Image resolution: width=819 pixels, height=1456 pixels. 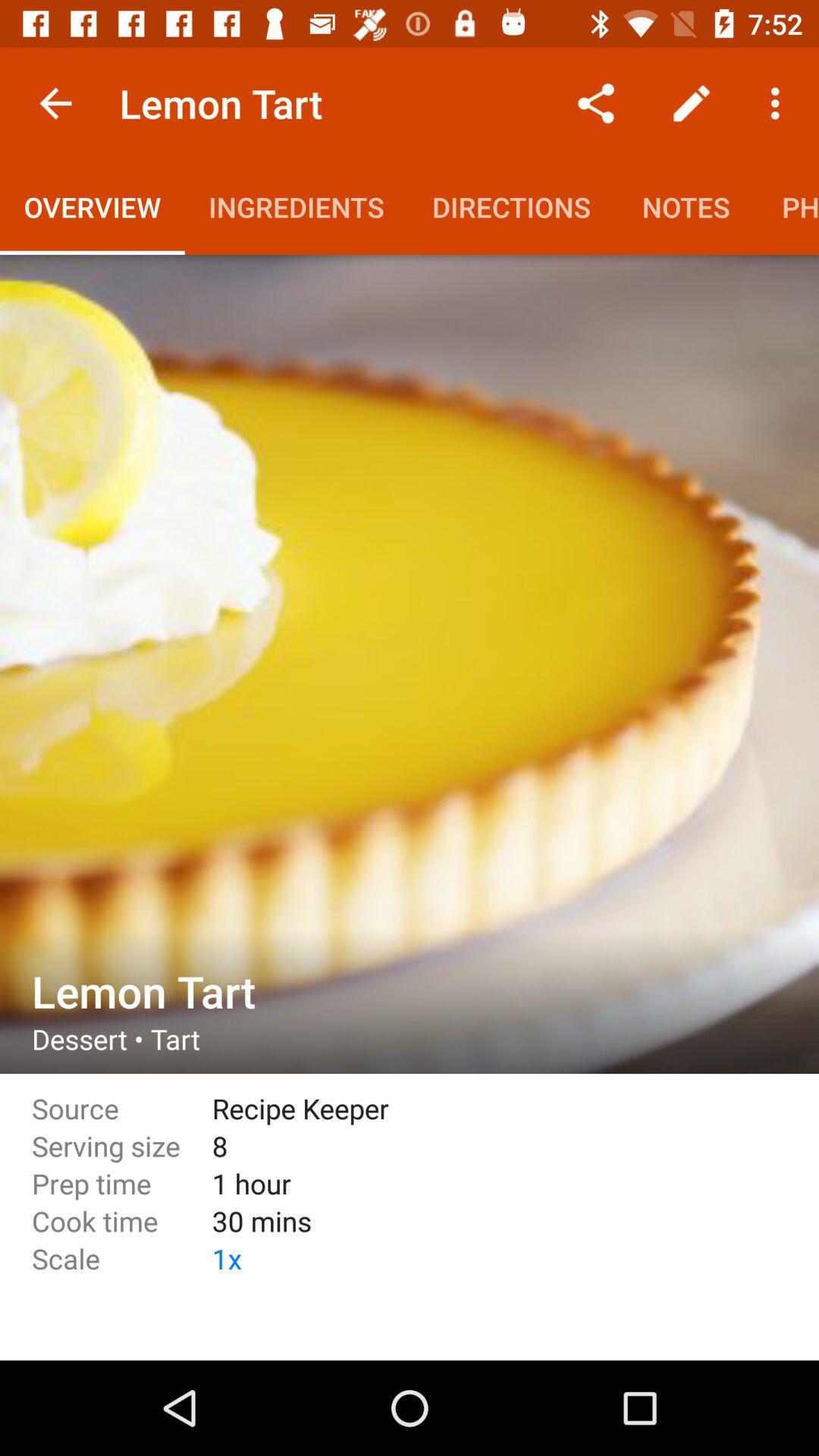 I want to click on the icon in the top right corner, so click(x=779, y=103).